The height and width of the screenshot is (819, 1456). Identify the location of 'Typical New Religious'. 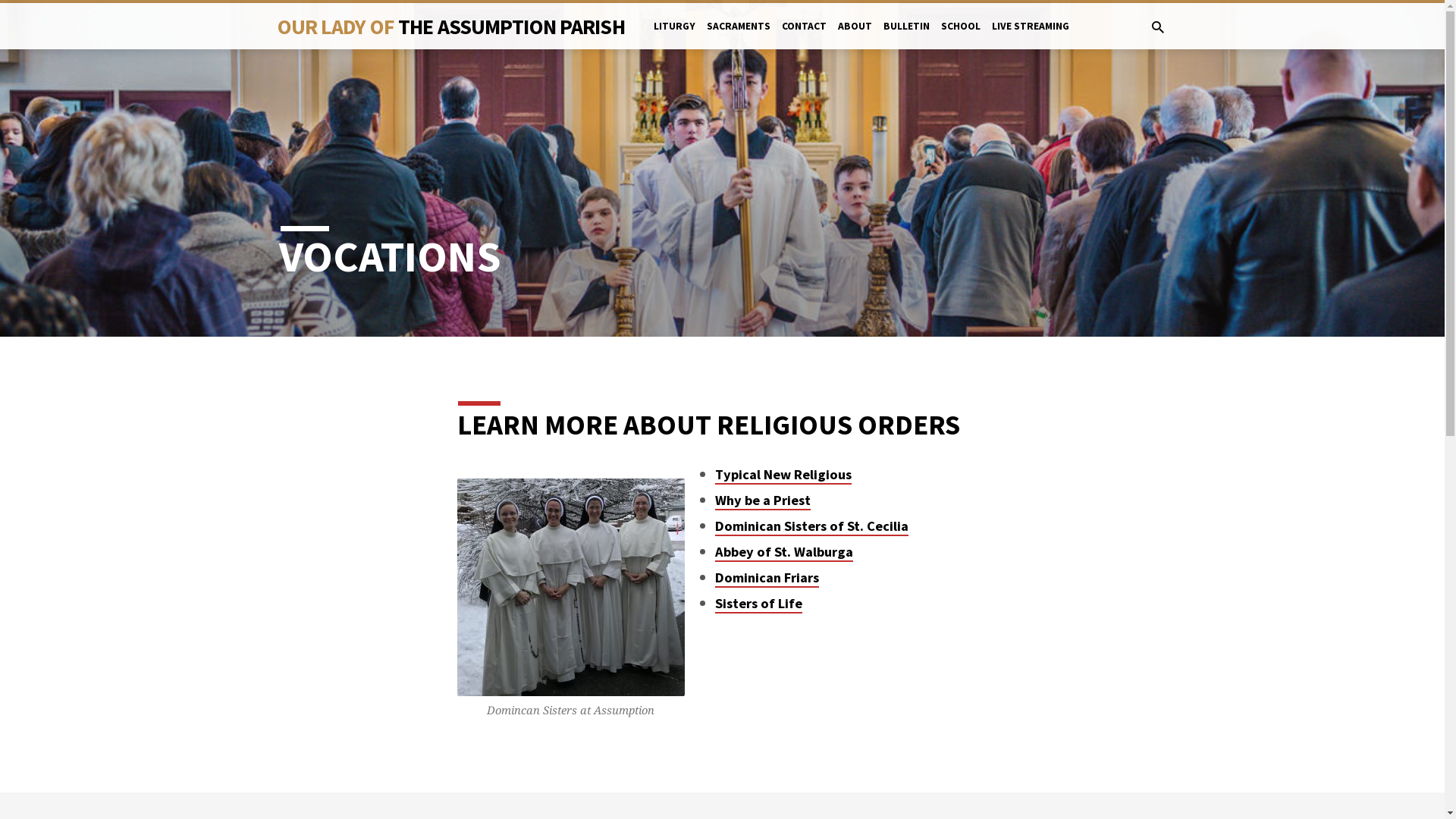
(783, 474).